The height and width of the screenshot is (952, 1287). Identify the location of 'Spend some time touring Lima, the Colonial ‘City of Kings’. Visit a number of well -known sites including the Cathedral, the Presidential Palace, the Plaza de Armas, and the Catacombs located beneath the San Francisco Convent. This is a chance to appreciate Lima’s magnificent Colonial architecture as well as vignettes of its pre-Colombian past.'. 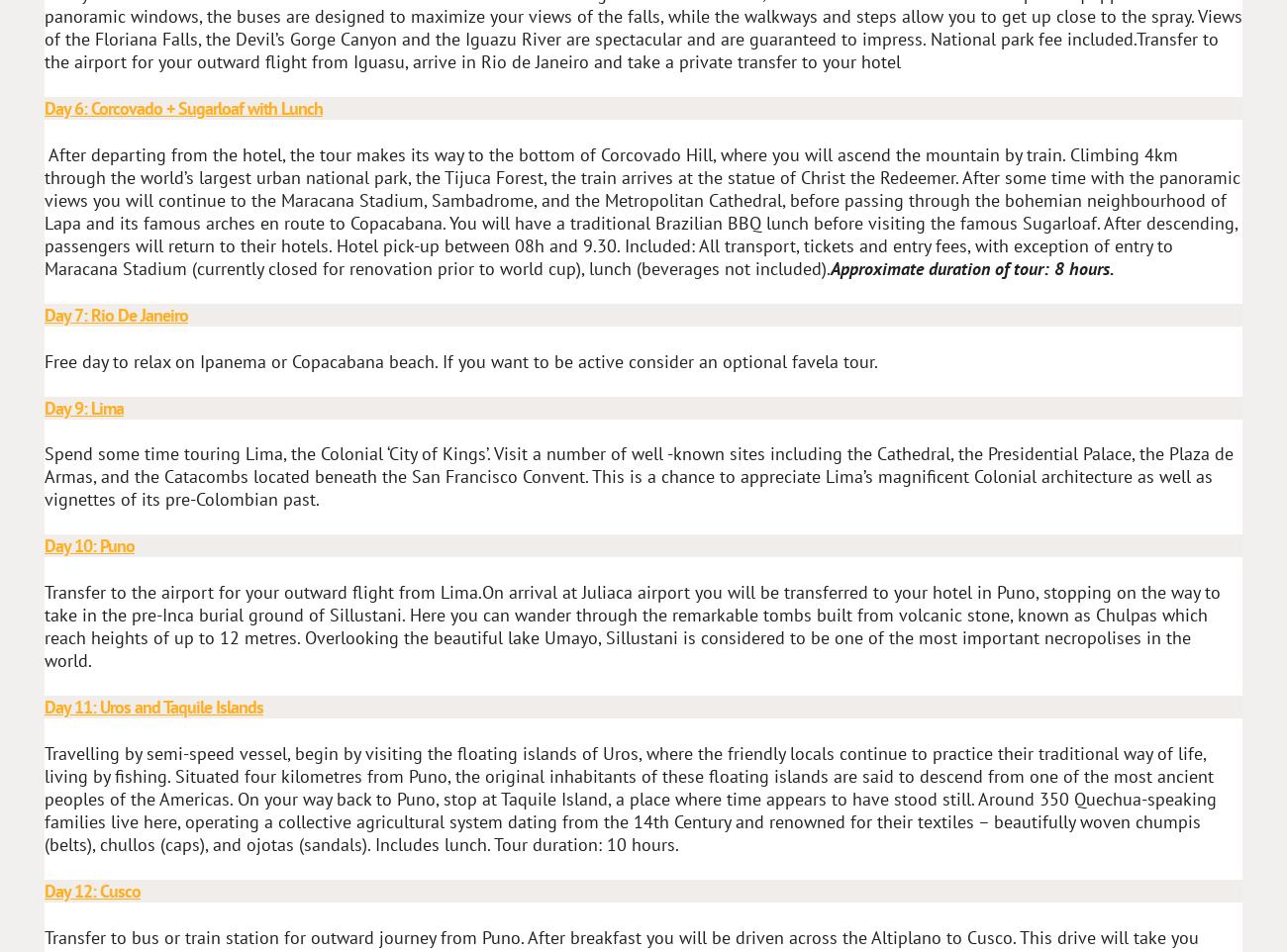
(639, 476).